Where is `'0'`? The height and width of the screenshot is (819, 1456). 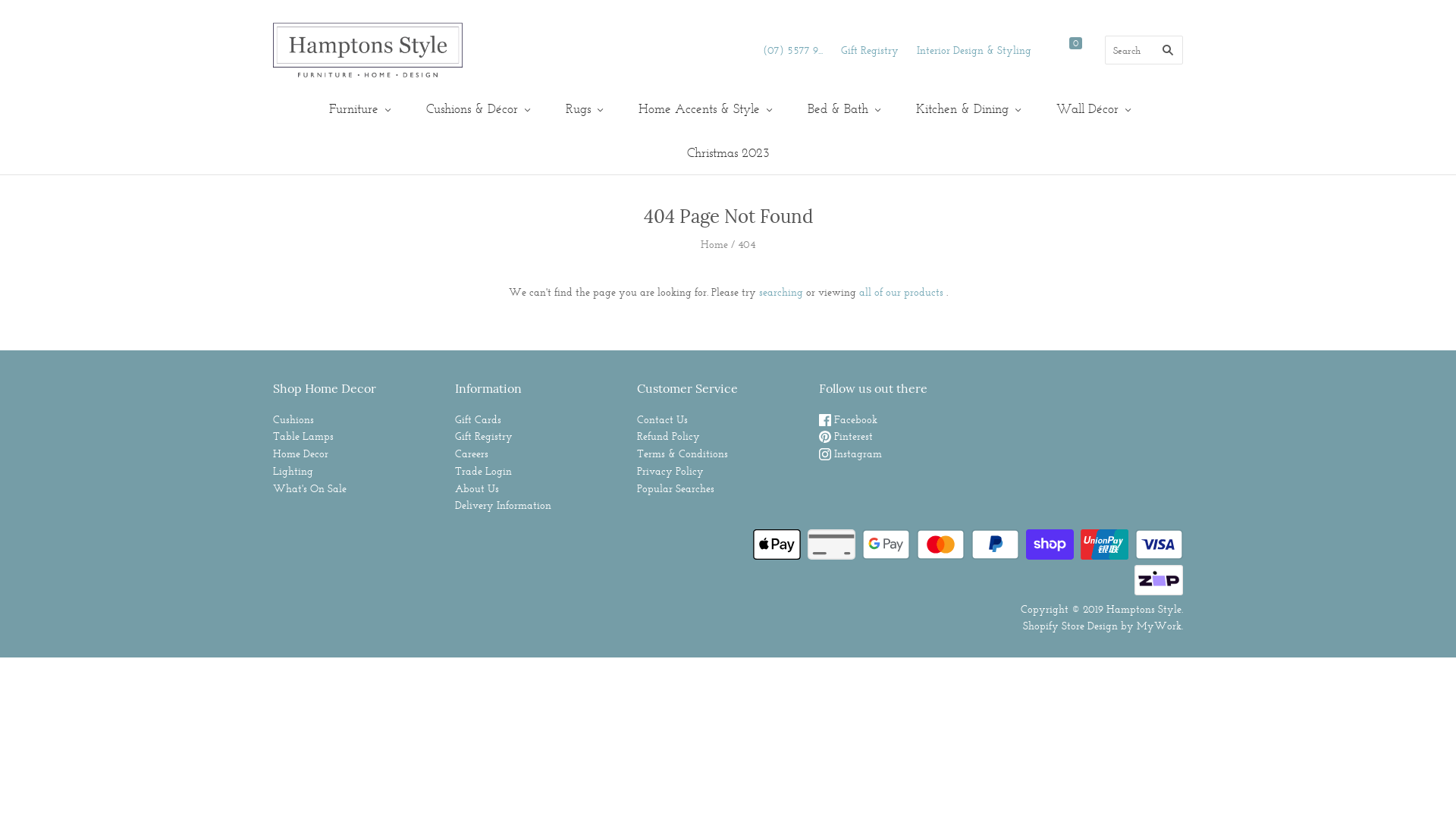
'0' is located at coordinates (1078, 49).